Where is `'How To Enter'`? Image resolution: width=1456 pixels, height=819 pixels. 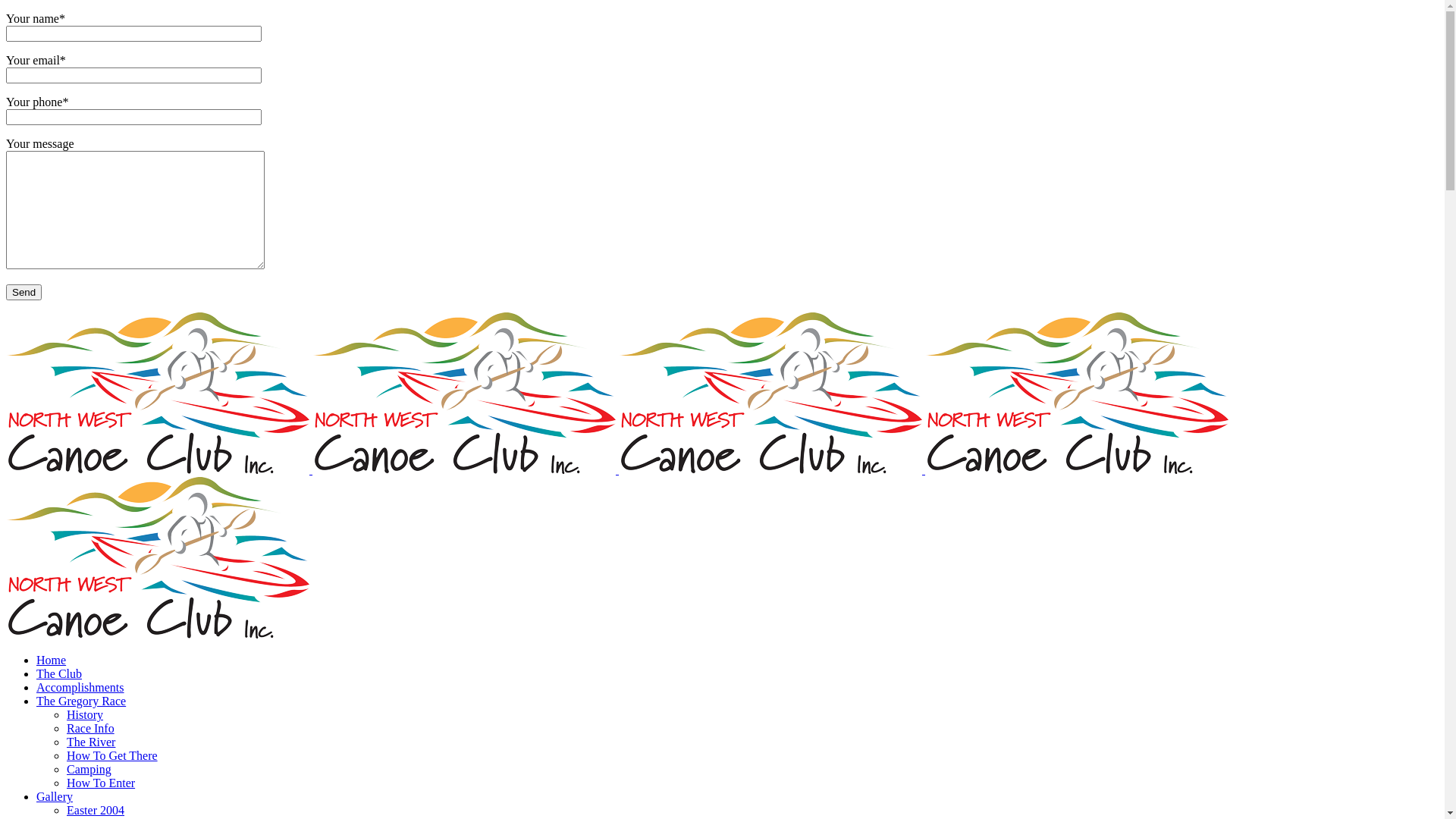
'How To Enter' is located at coordinates (100, 783).